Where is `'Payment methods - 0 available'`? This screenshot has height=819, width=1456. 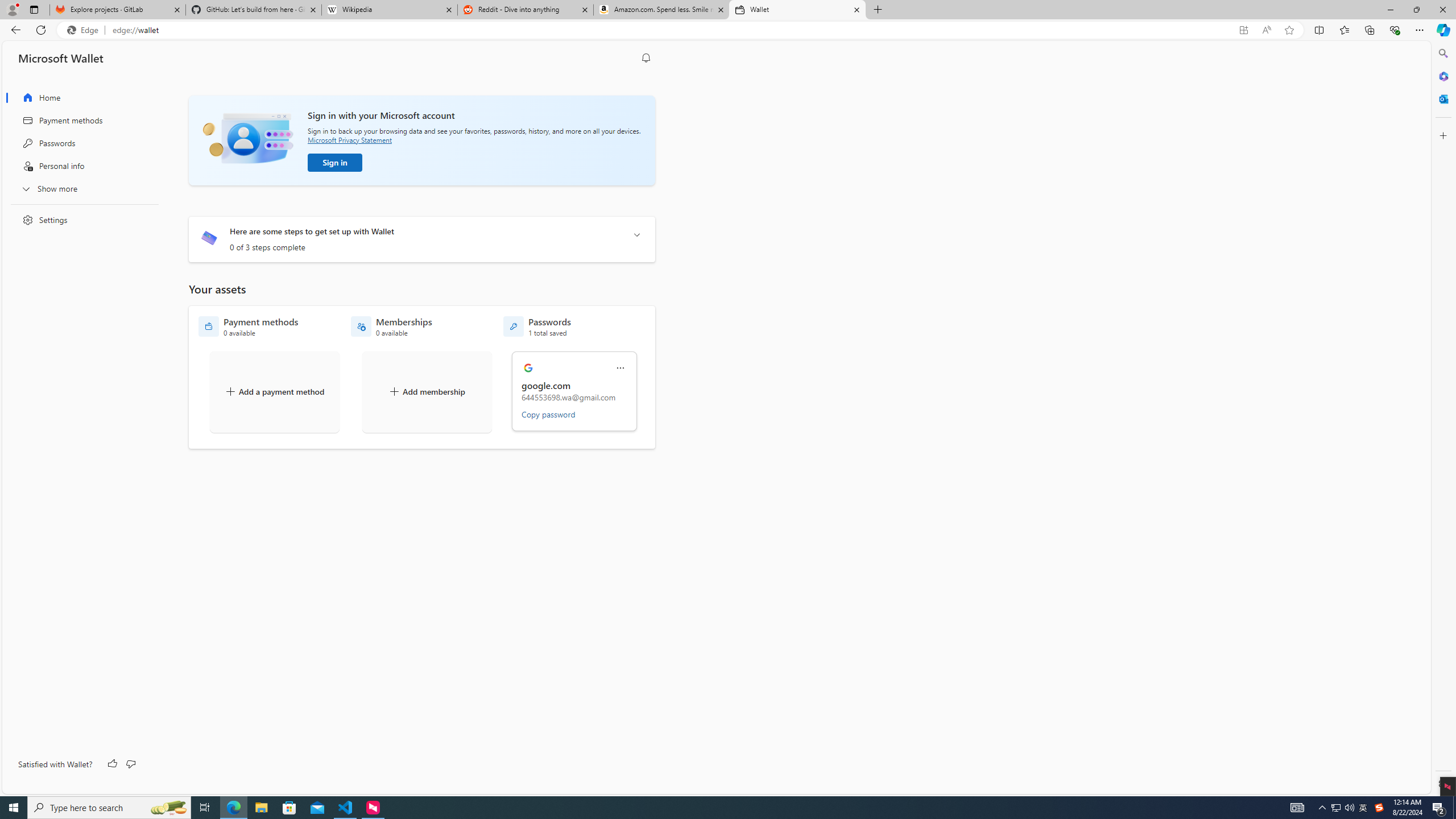
'Payment methods - 0 available' is located at coordinates (248, 326).